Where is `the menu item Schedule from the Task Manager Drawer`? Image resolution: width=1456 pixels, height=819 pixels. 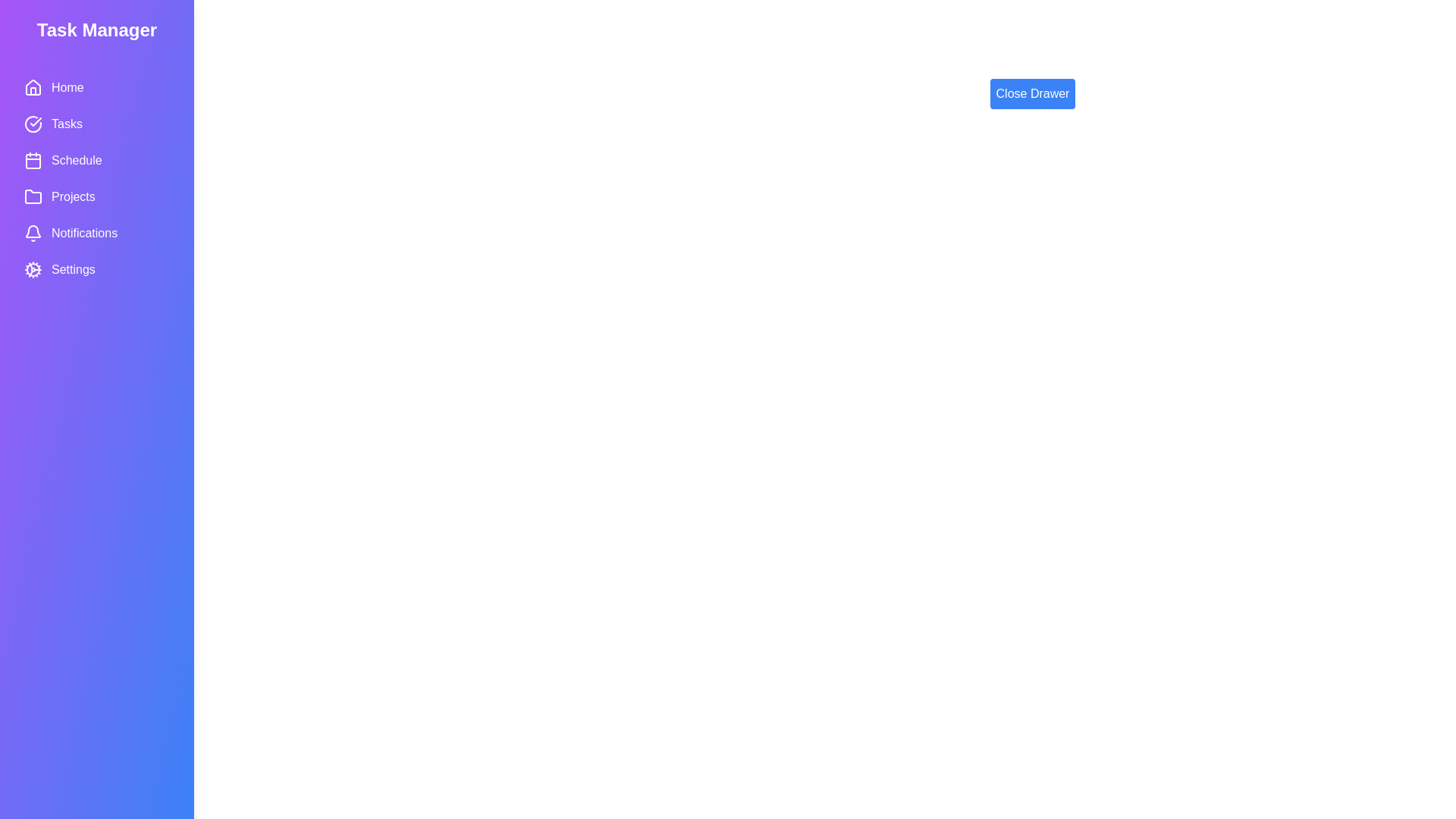
the menu item Schedule from the Task Manager Drawer is located at coordinates (96, 161).